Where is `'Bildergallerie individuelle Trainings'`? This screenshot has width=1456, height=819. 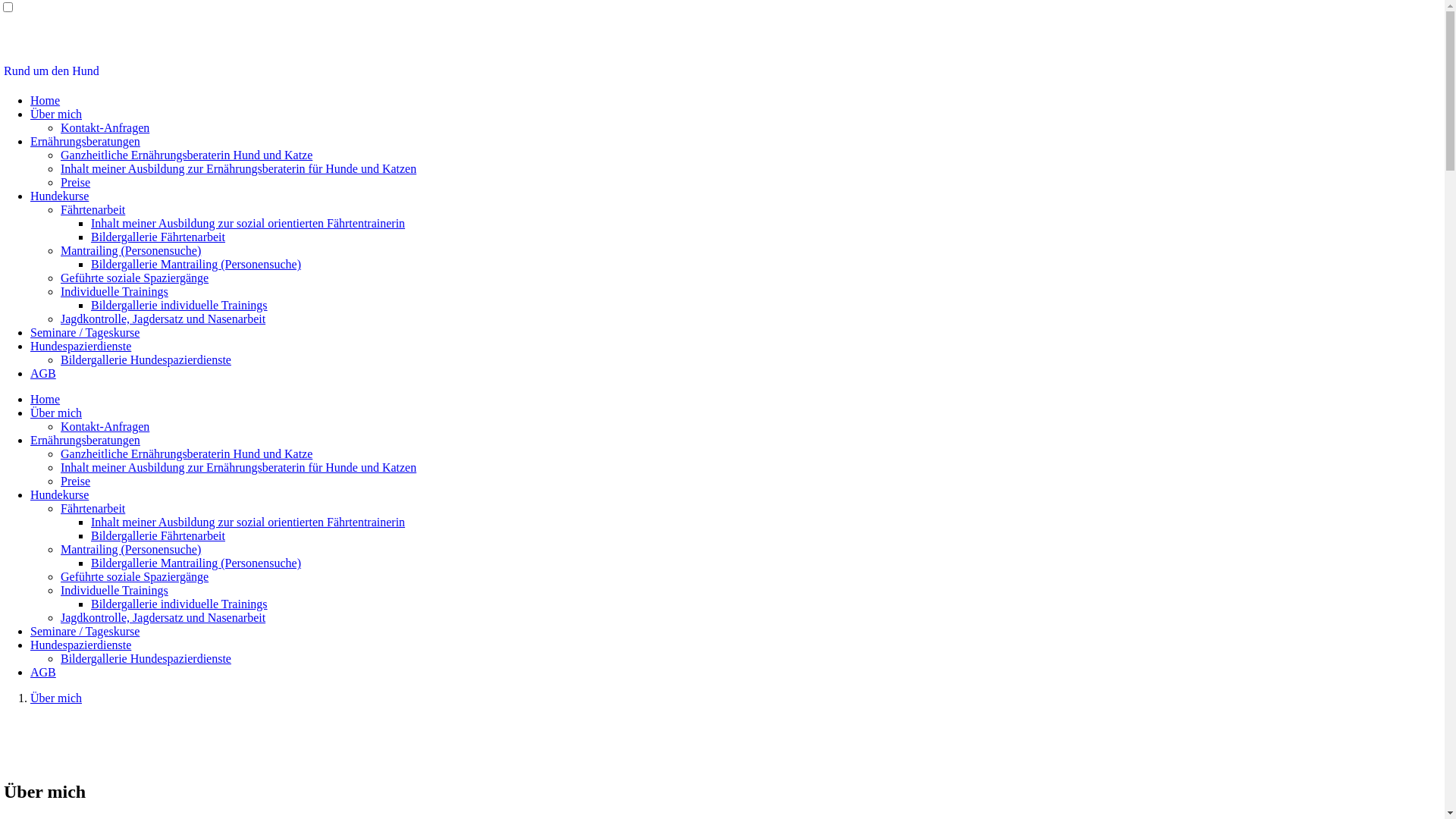
'Bildergallerie individuelle Trainings' is located at coordinates (90, 603).